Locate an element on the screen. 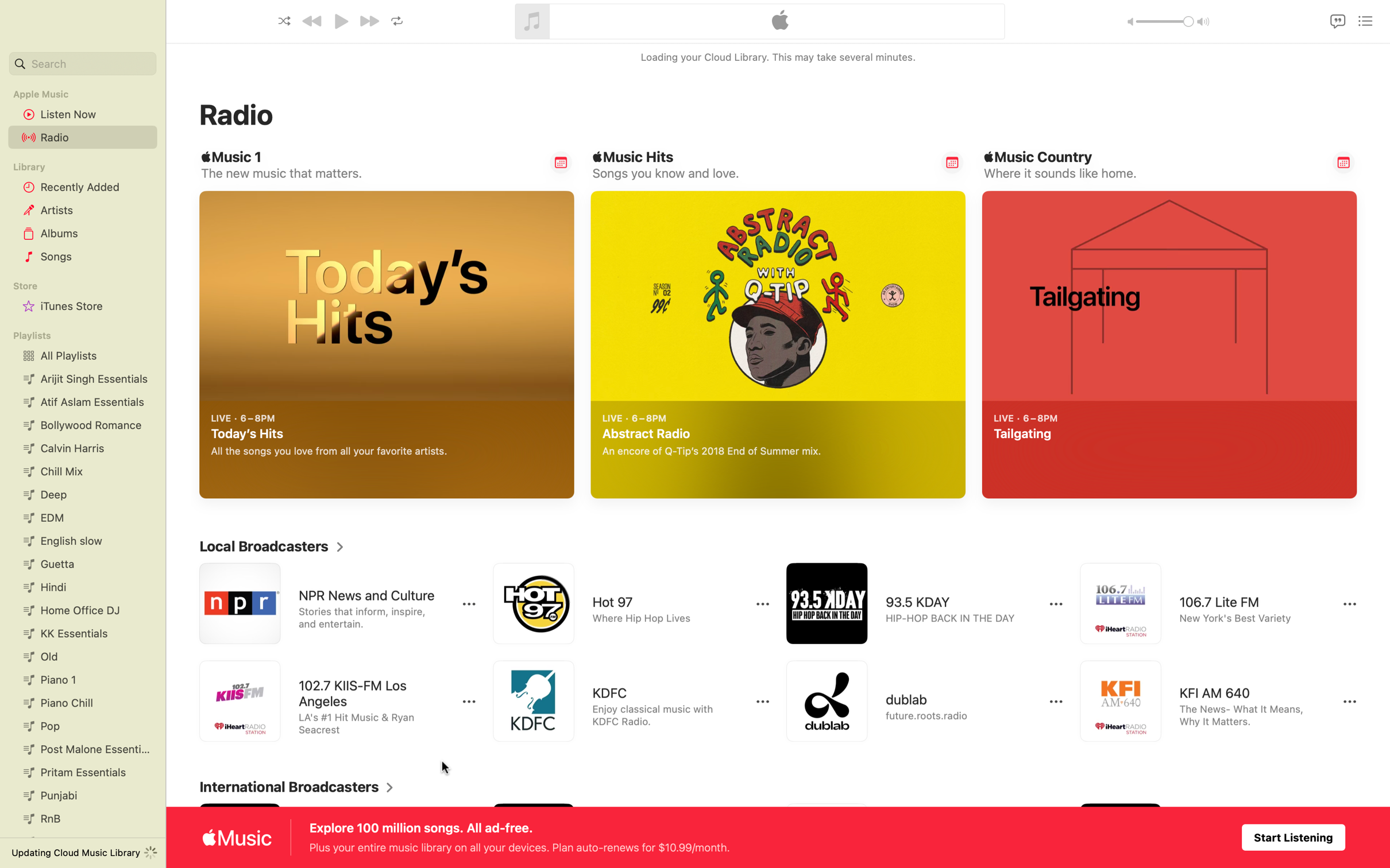 This screenshot has height=868, width=1390. 93.5 KDAY is located at coordinates (913, 603).